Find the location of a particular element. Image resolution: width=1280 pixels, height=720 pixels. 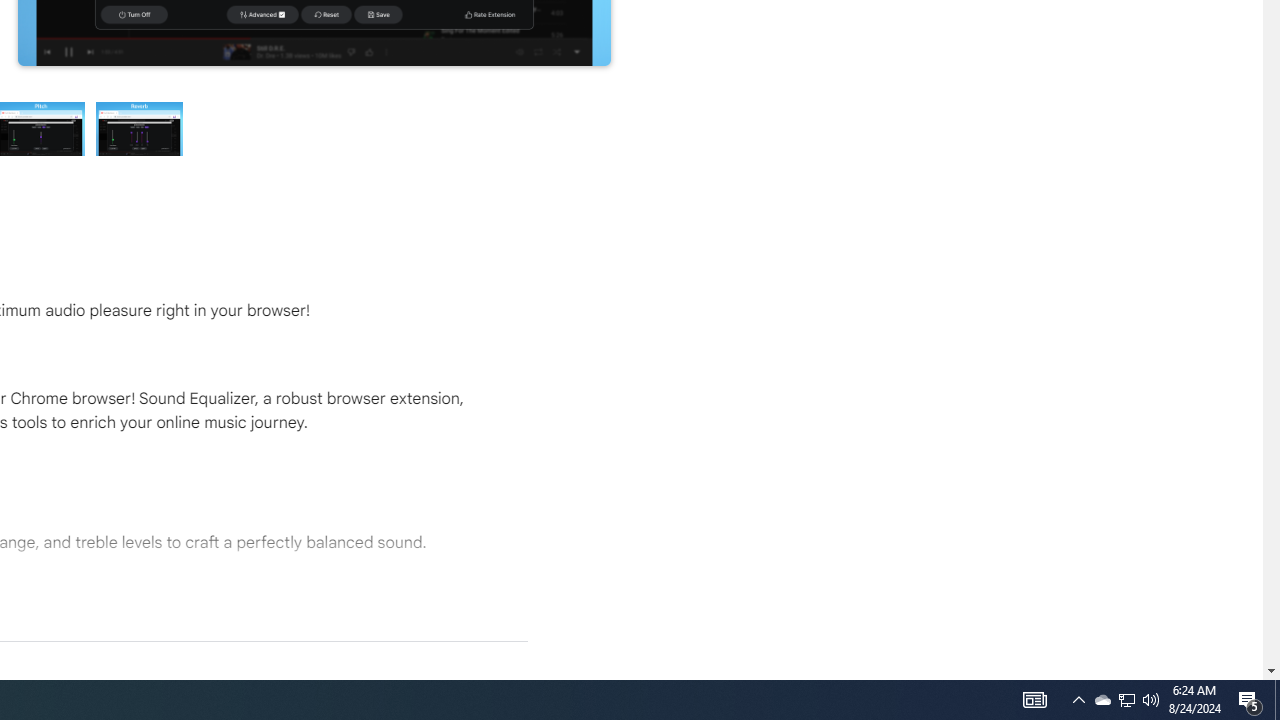

'Preview slide 4' is located at coordinates (139, 128).